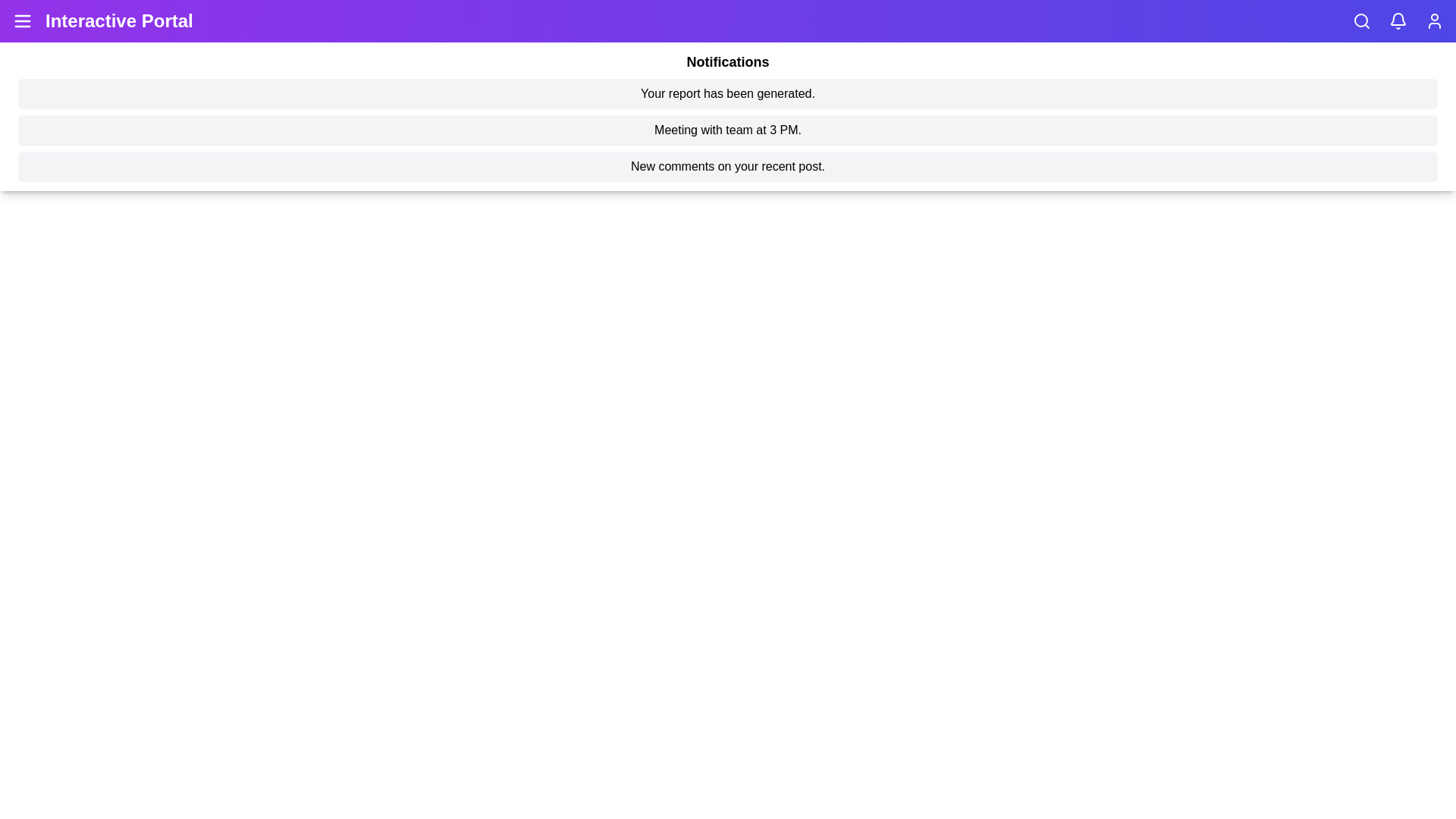  I want to click on the search icon to activate the search functionality, so click(1361, 20).